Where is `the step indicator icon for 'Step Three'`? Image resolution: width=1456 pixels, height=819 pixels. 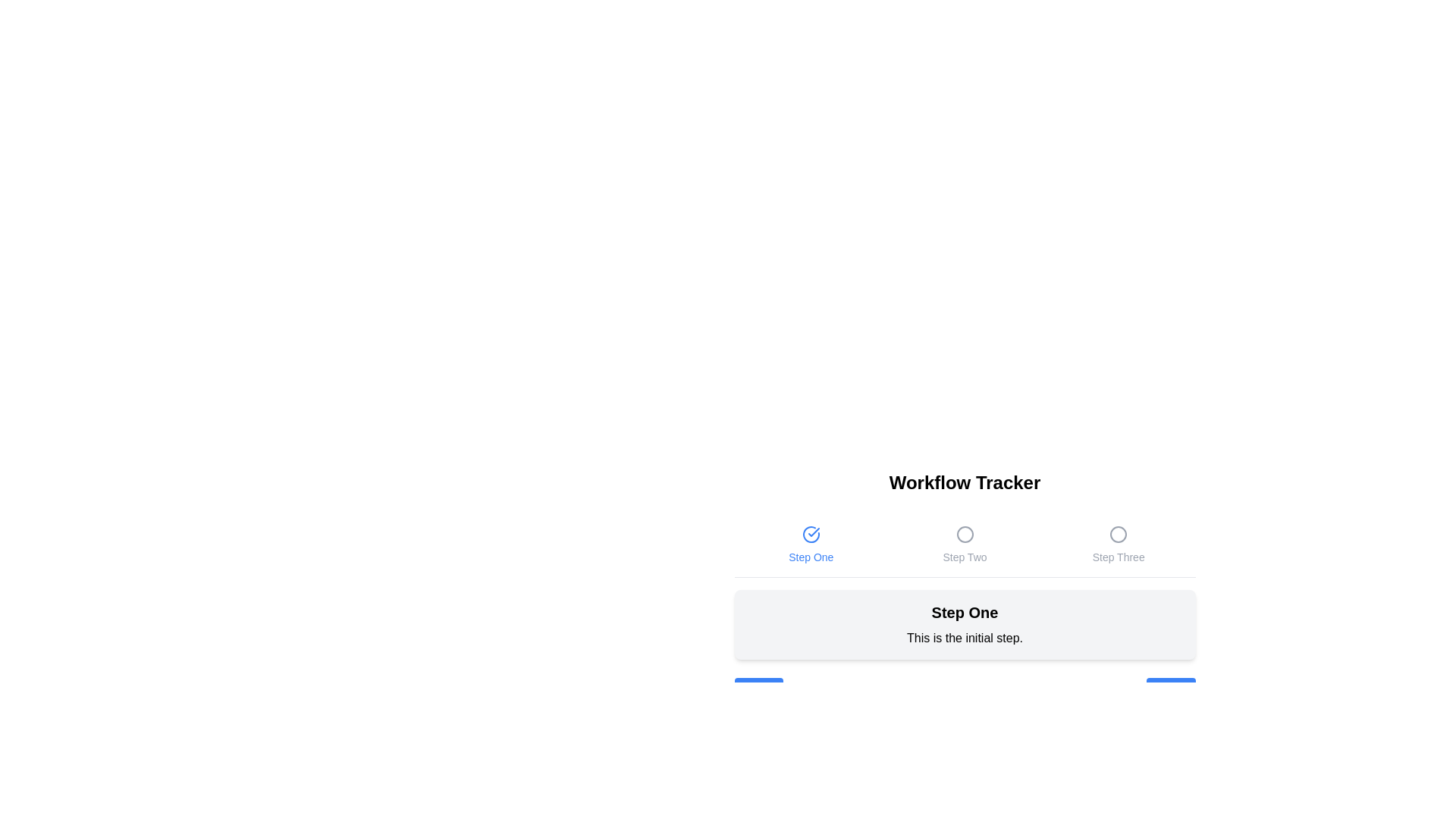
the step indicator icon for 'Step Three' is located at coordinates (1119, 534).